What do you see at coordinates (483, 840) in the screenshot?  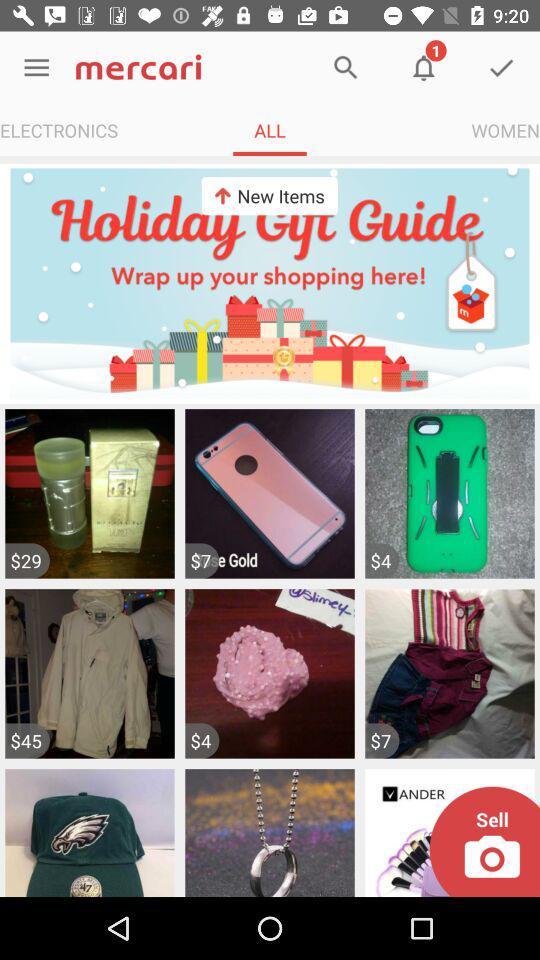 I see `put a product up for sale` at bounding box center [483, 840].